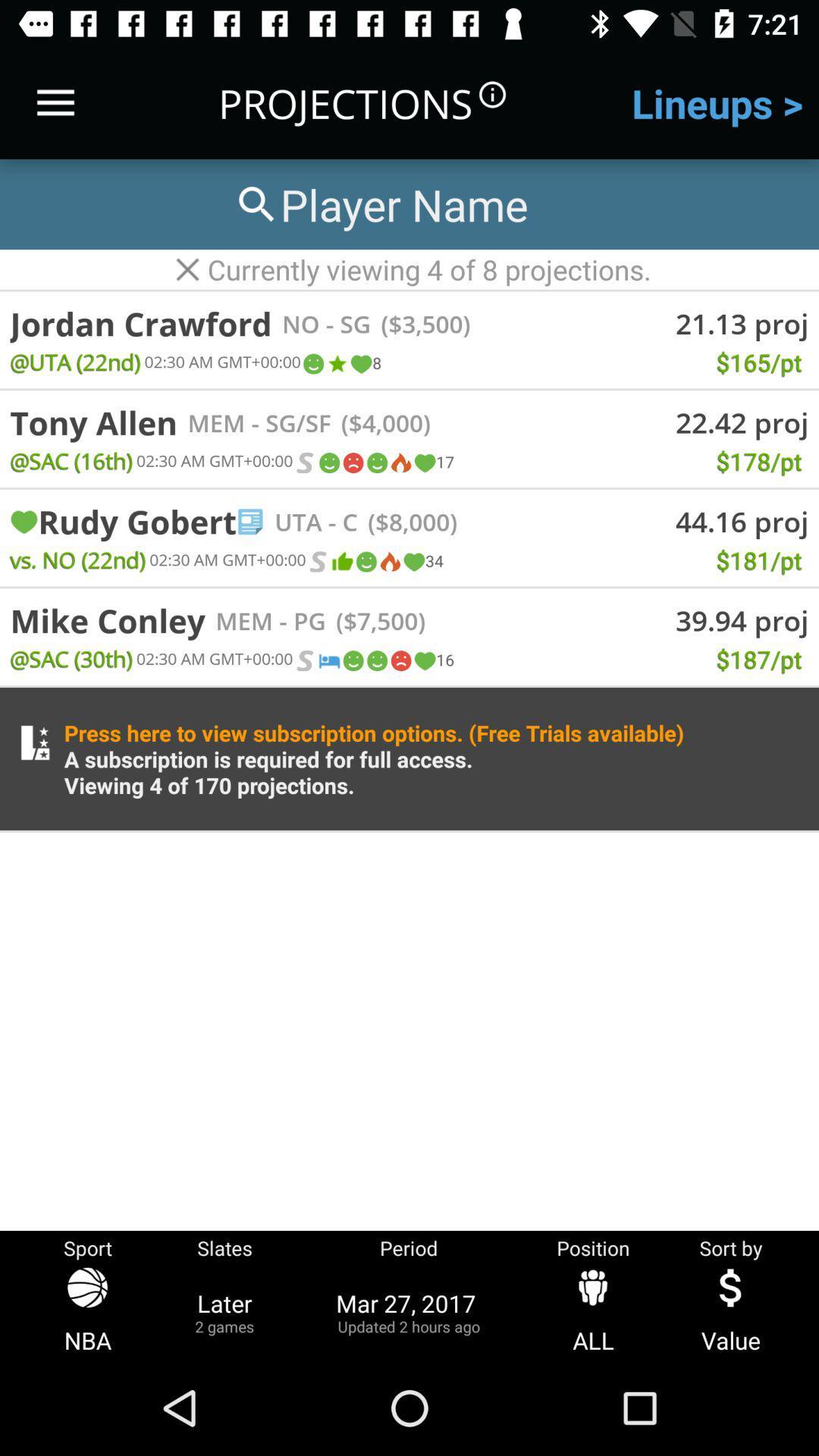 The image size is (819, 1456). I want to click on search player name, so click(379, 203).